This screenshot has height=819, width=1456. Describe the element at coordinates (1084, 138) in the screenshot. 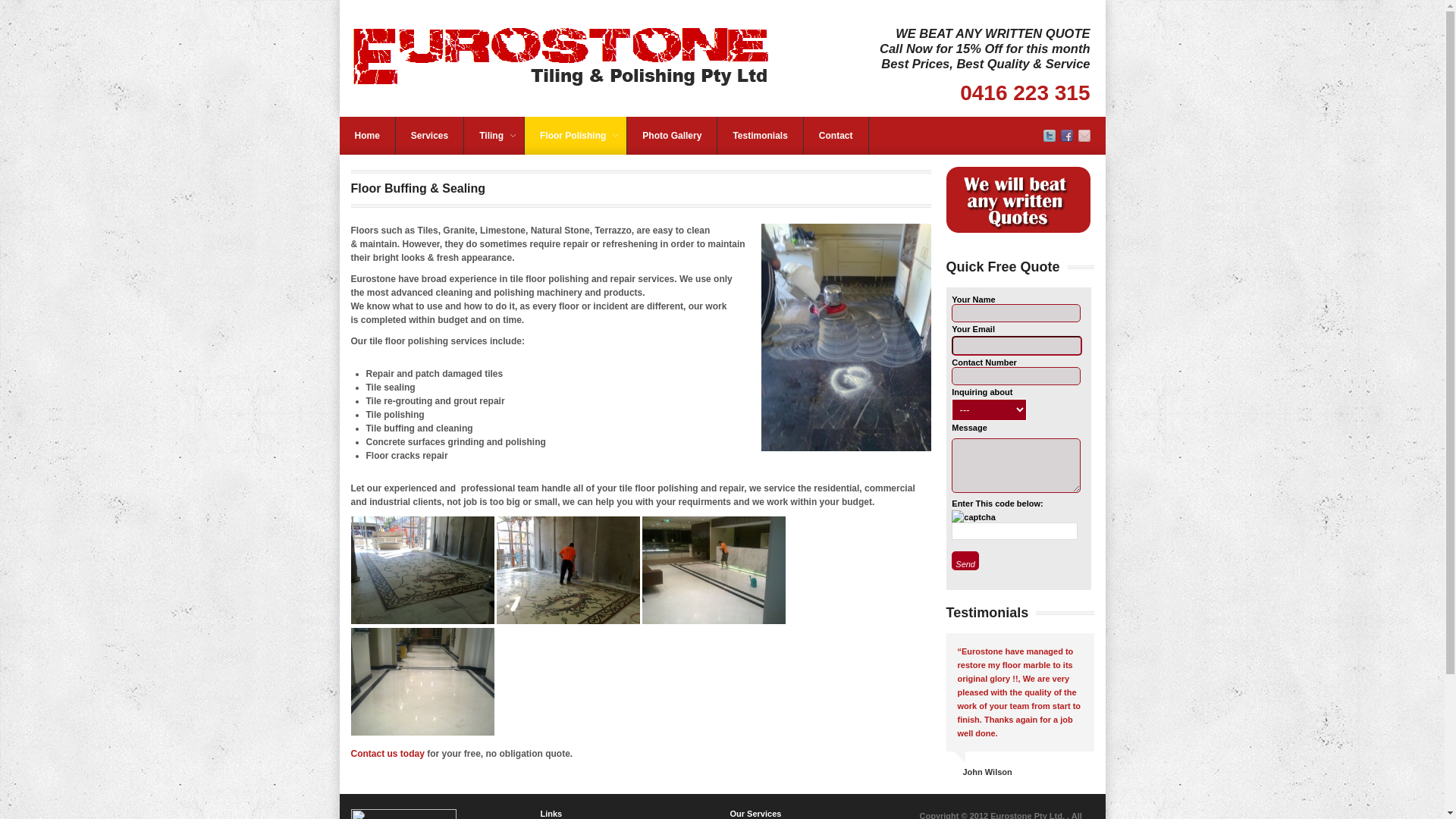

I see `'mail'` at that location.